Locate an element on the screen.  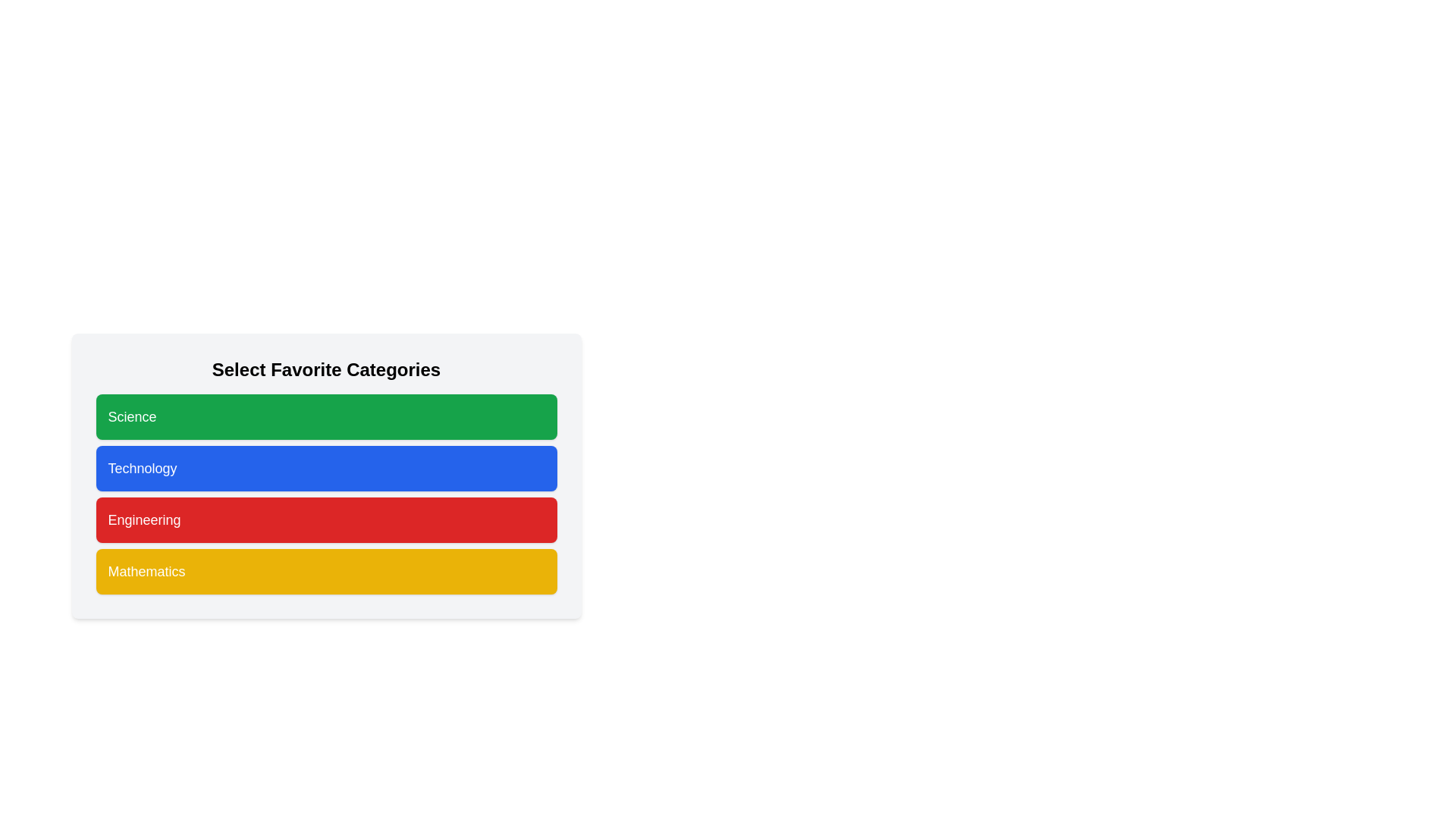
the green button labeled 'Science' is located at coordinates (325, 417).